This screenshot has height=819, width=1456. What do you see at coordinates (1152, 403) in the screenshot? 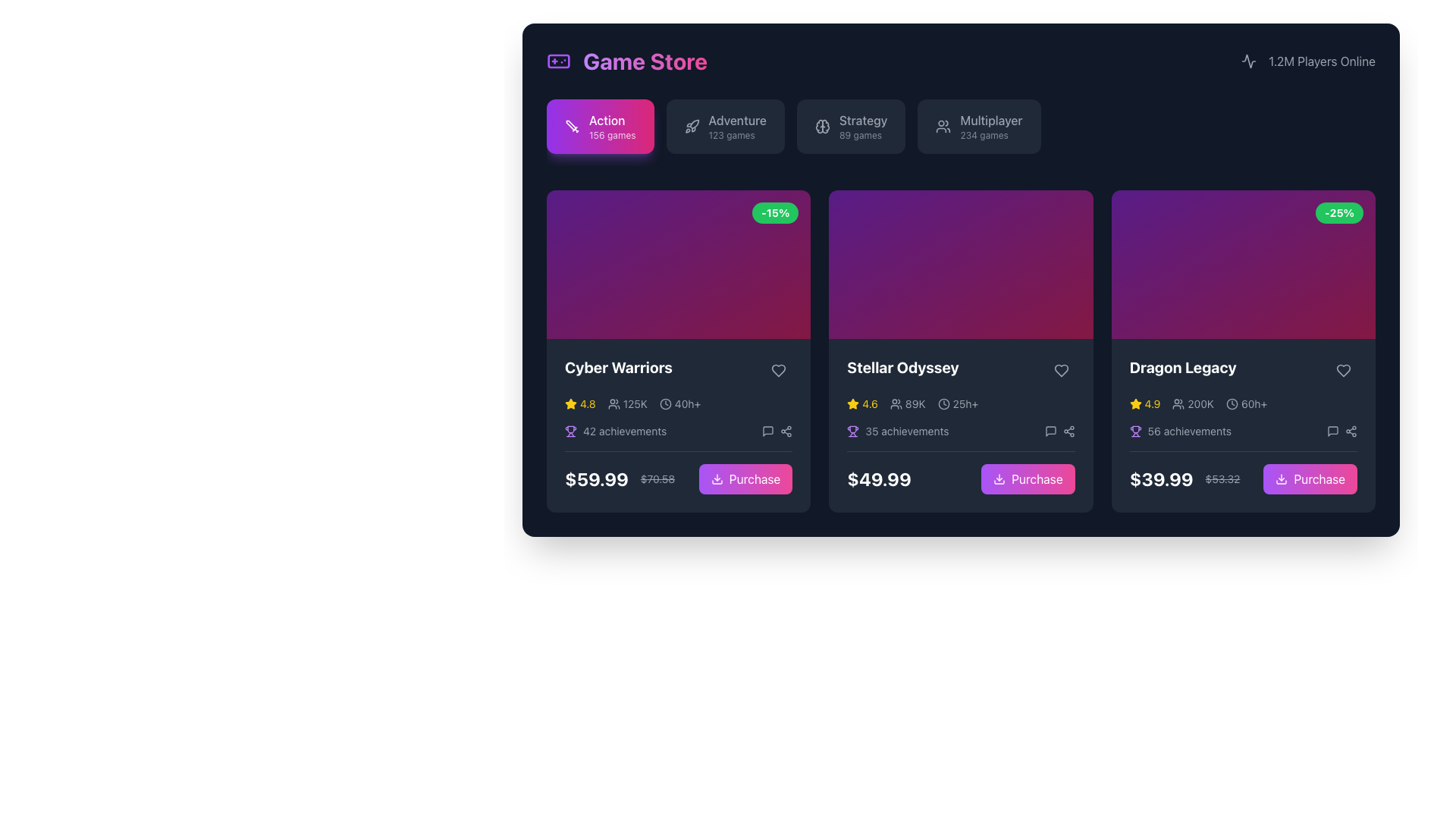
I see `the rating text label for the 'Dragon Legacy' game, located under the game's title and to the right of the small yellow star icon` at bounding box center [1152, 403].